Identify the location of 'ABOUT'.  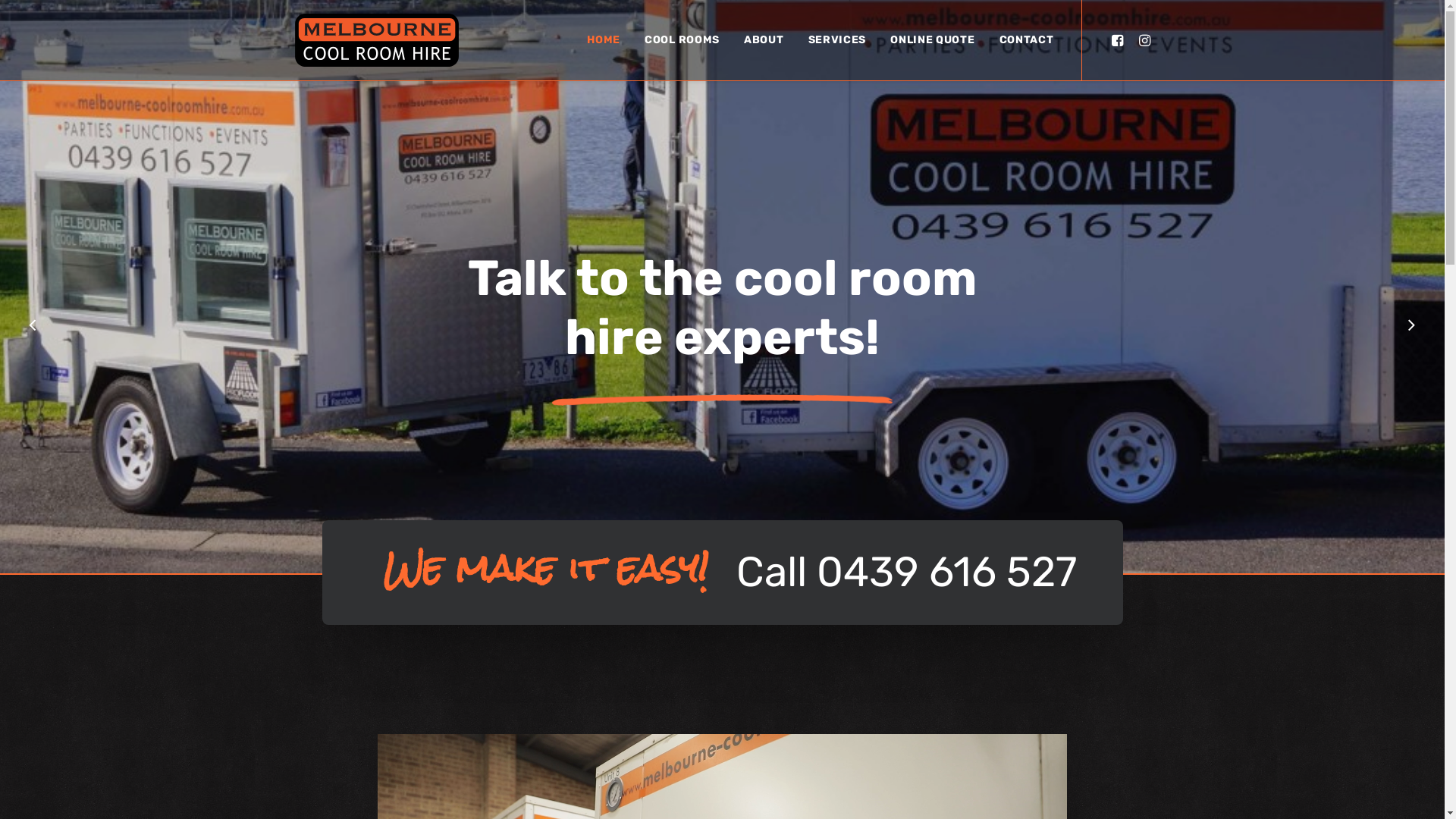
(764, 39).